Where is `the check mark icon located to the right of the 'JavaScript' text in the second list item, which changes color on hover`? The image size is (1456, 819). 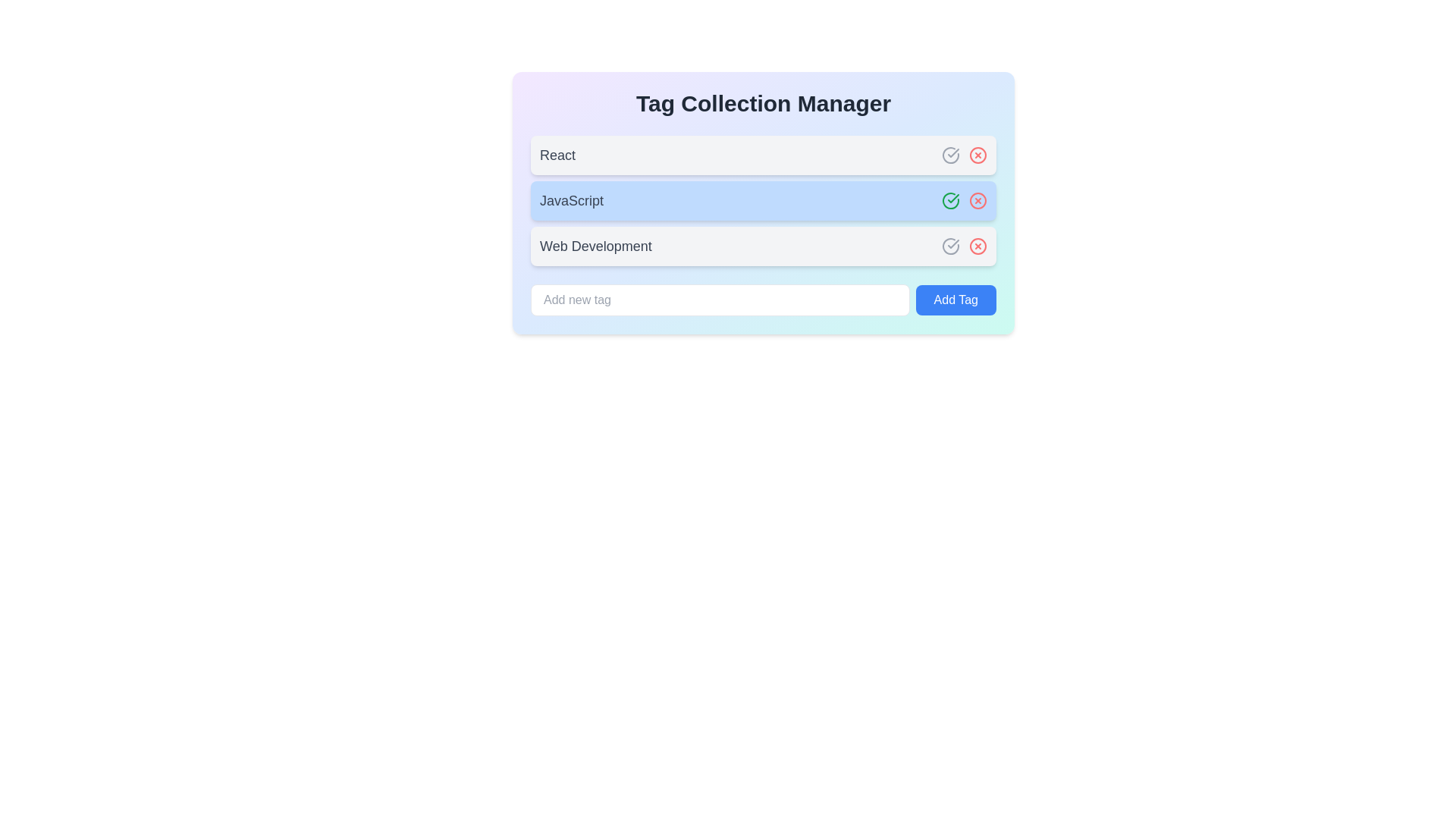
the check mark icon located to the right of the 'JavaScript' text in the second list item, which changes color on hover is located at coordinates (952, 152).